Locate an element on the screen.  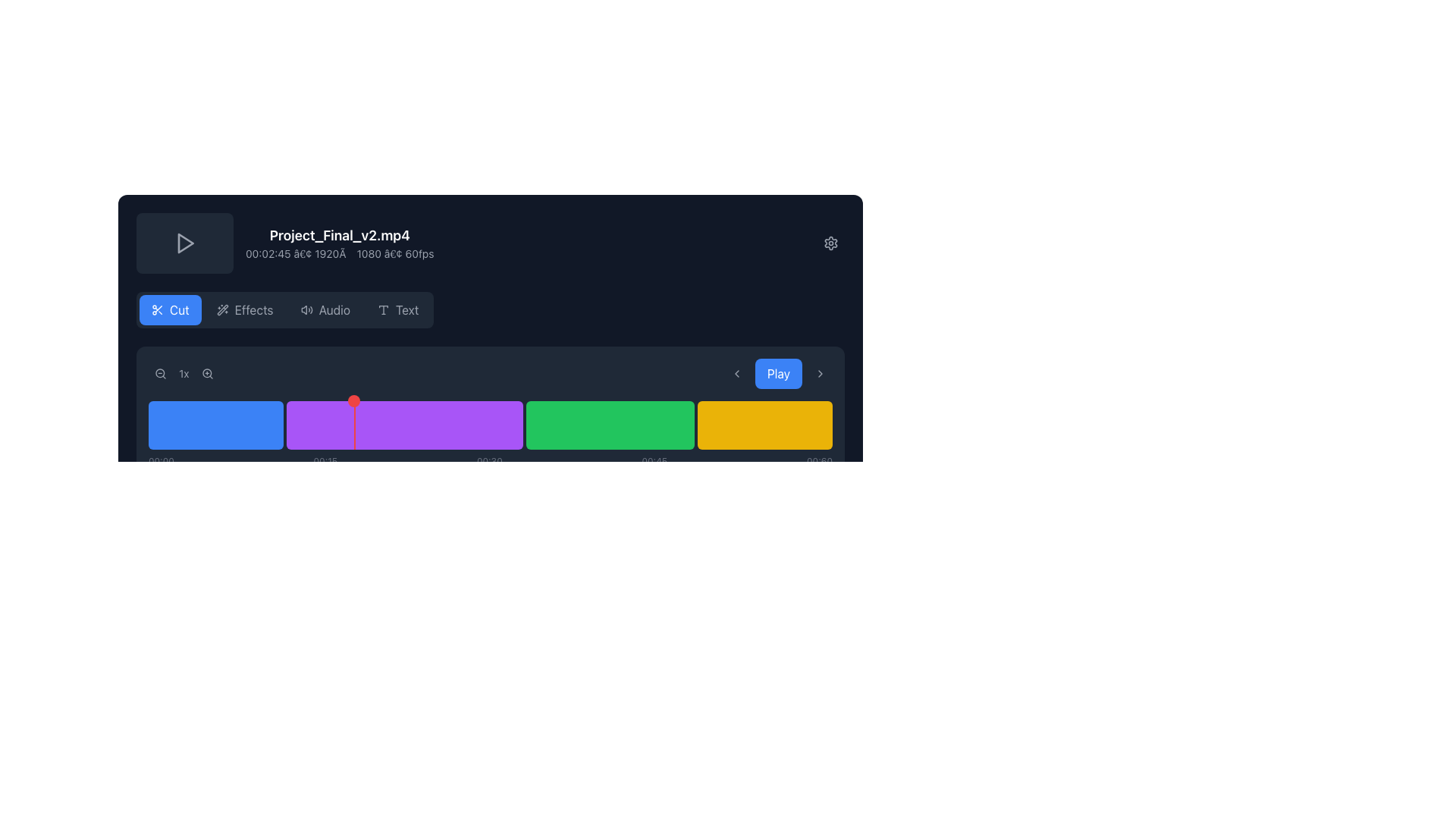
the zoom-in button located in the horizontal toolbar below the video player, adjacent to the '1x' text is located at coordinates (206, 374).